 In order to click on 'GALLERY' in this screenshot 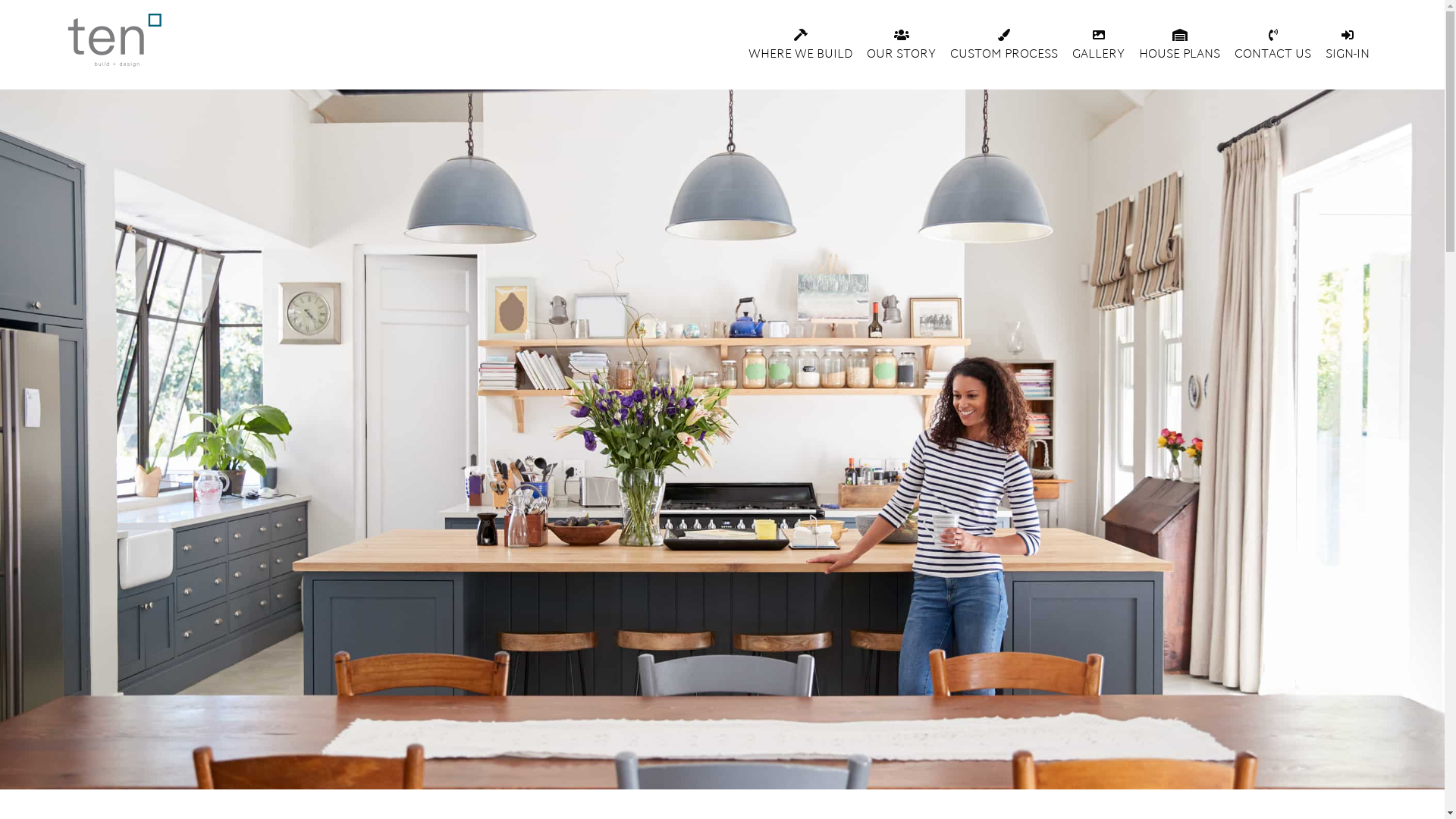, I will do `click(1098, 44)`.